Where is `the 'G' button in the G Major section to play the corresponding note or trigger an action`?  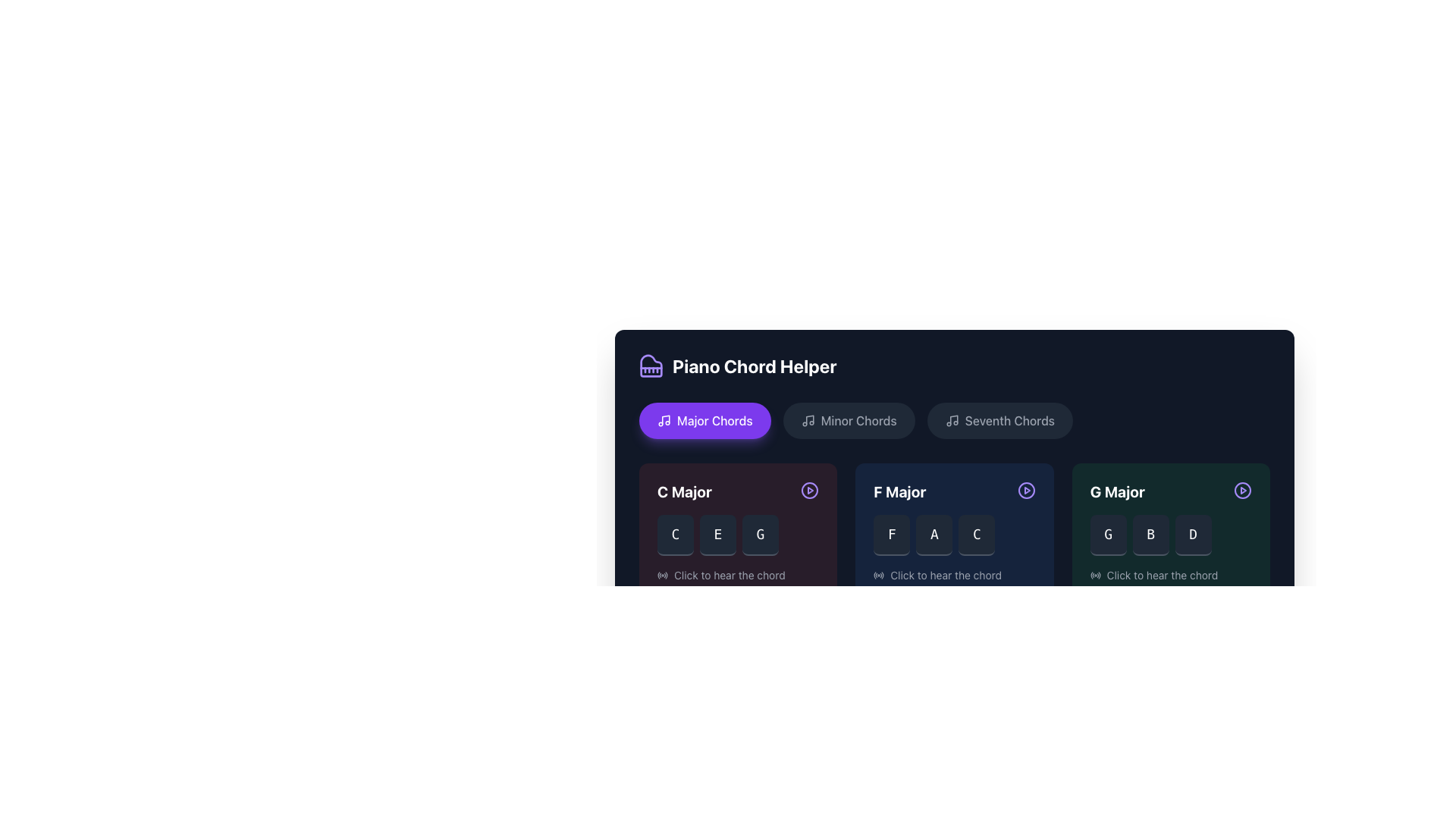 the 'G' button in the G Major section to play the corresponding note or trigger an action is located at coordinates (1108, 534).